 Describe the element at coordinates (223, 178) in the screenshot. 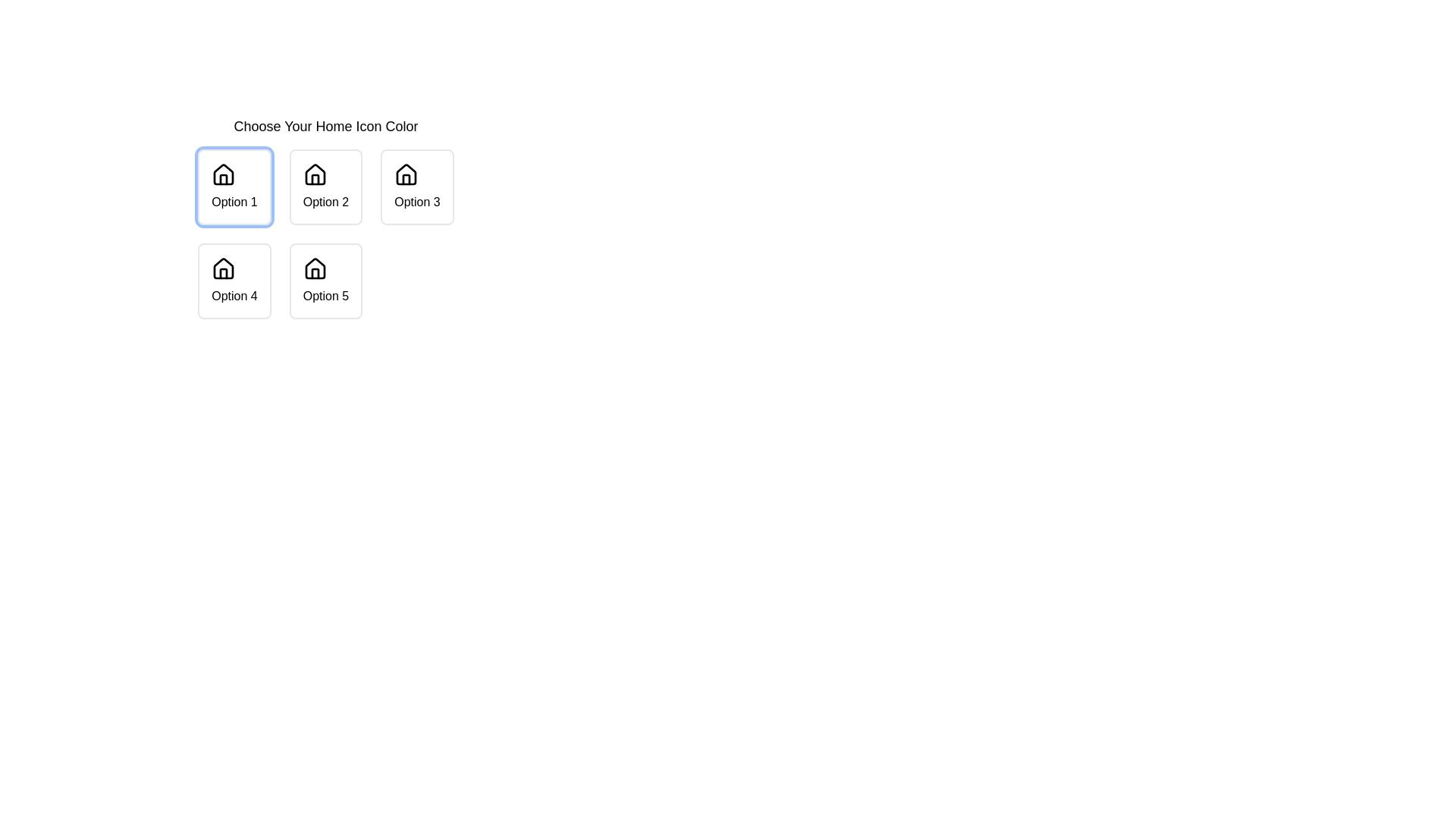

I see `door element of the house icon in the first selectable card under 'Choose Your Home Icon Color' for debugging purposes` at that location.